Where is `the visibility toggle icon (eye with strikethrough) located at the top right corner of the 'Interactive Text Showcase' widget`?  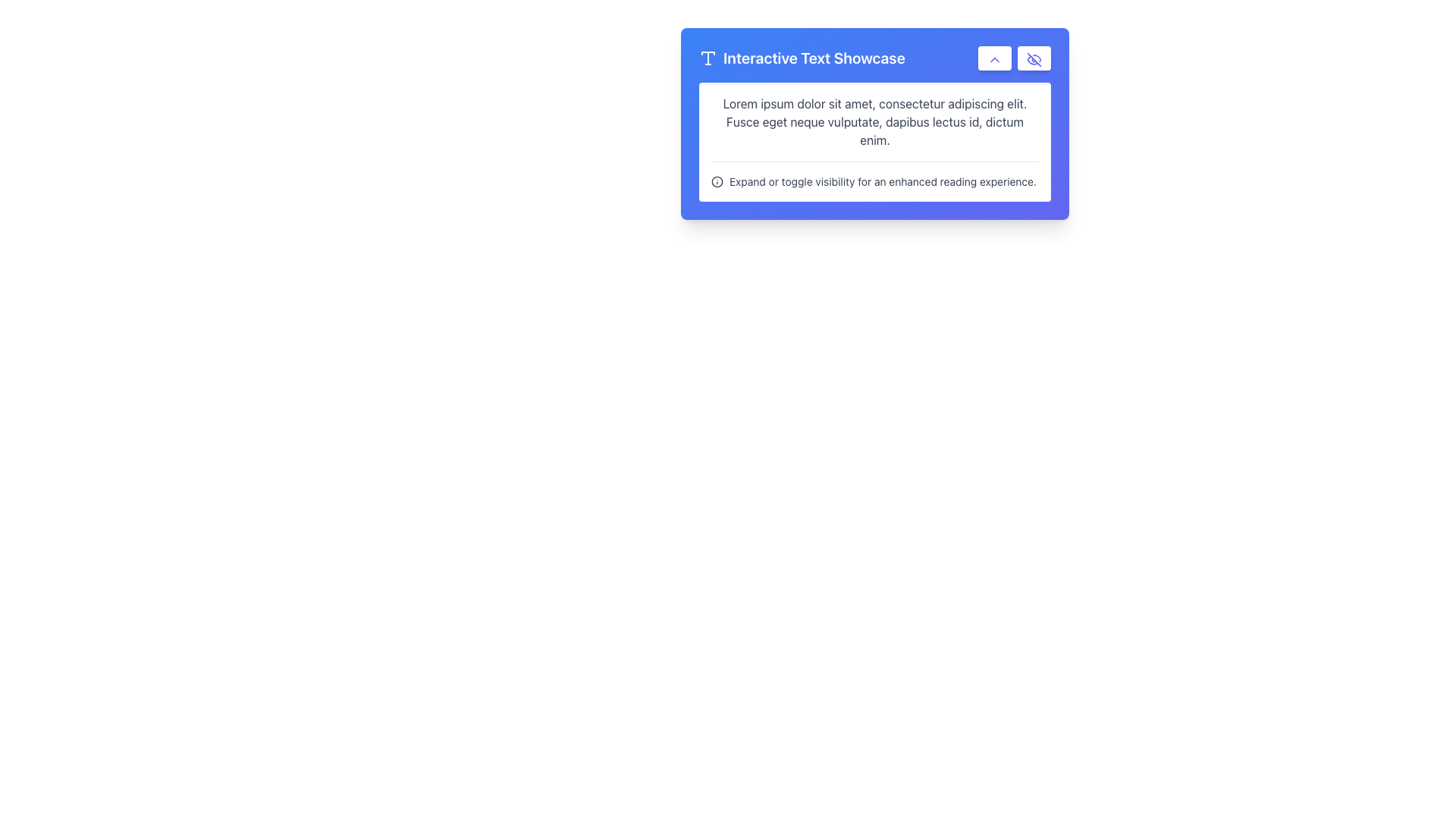
the visibility toggle icon (eye with strikethrough) located at the top right corner of the 'Interactive Text Showcase' widget is located at coordinates (1033, 58).